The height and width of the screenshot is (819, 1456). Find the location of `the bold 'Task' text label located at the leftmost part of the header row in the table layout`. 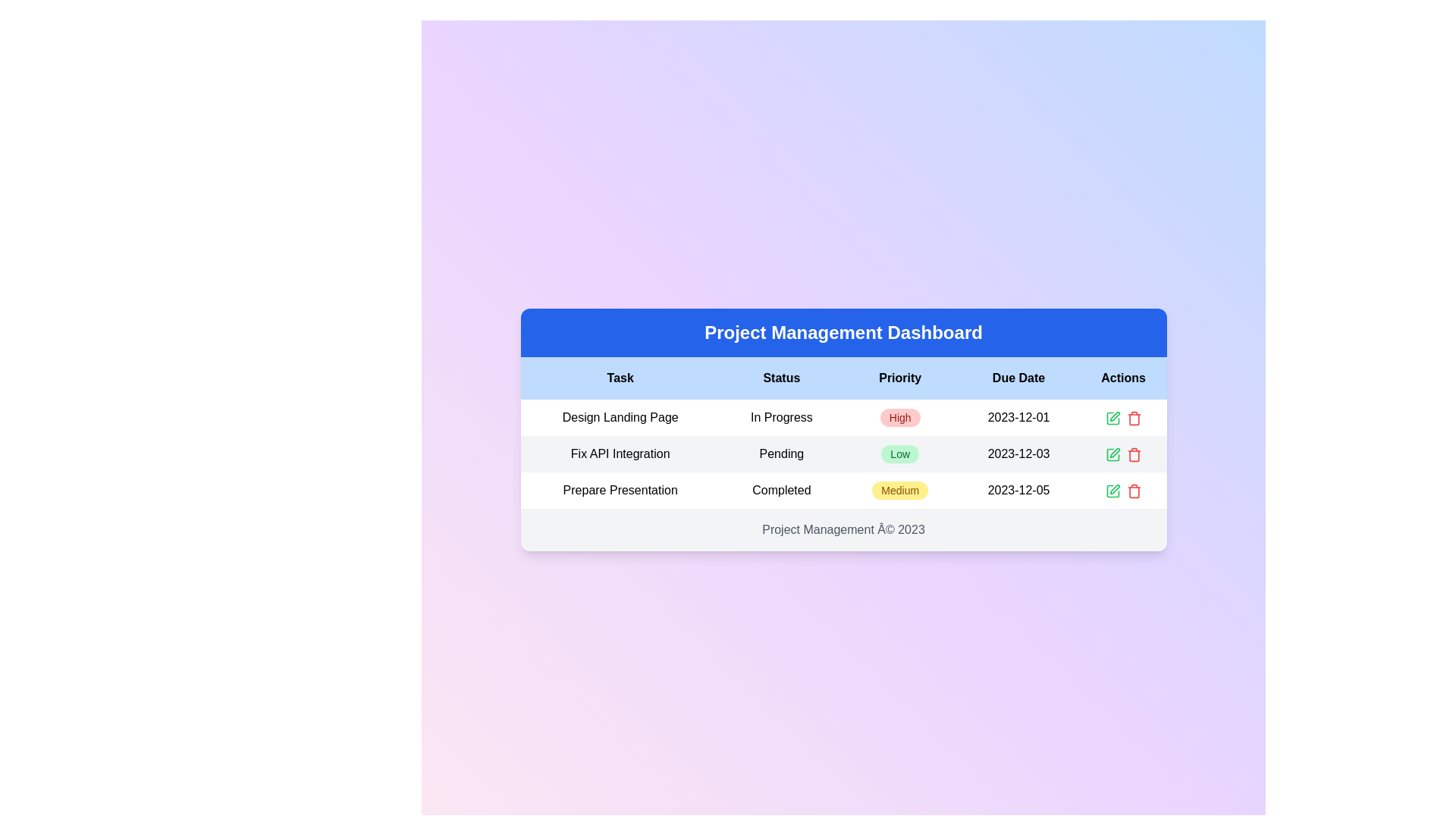

the bold 'Task' text label located at the leftmost part of the header row in the table layout is located at coordinates (620, 377).